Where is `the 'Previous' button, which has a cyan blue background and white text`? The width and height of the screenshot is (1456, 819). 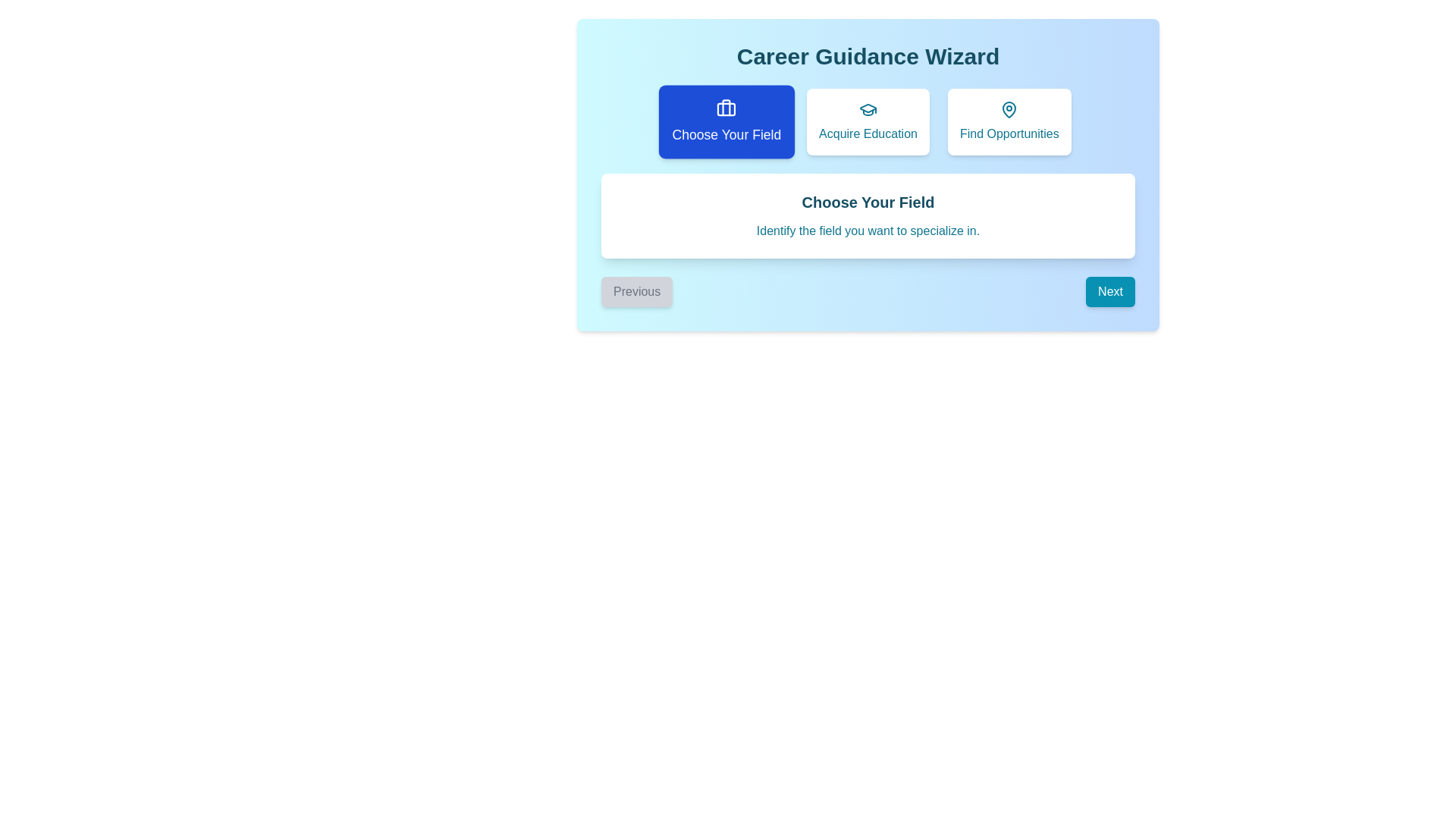
the 'Previous' button, which has a cyan blue background and white text is located at coordinates (637, 292).